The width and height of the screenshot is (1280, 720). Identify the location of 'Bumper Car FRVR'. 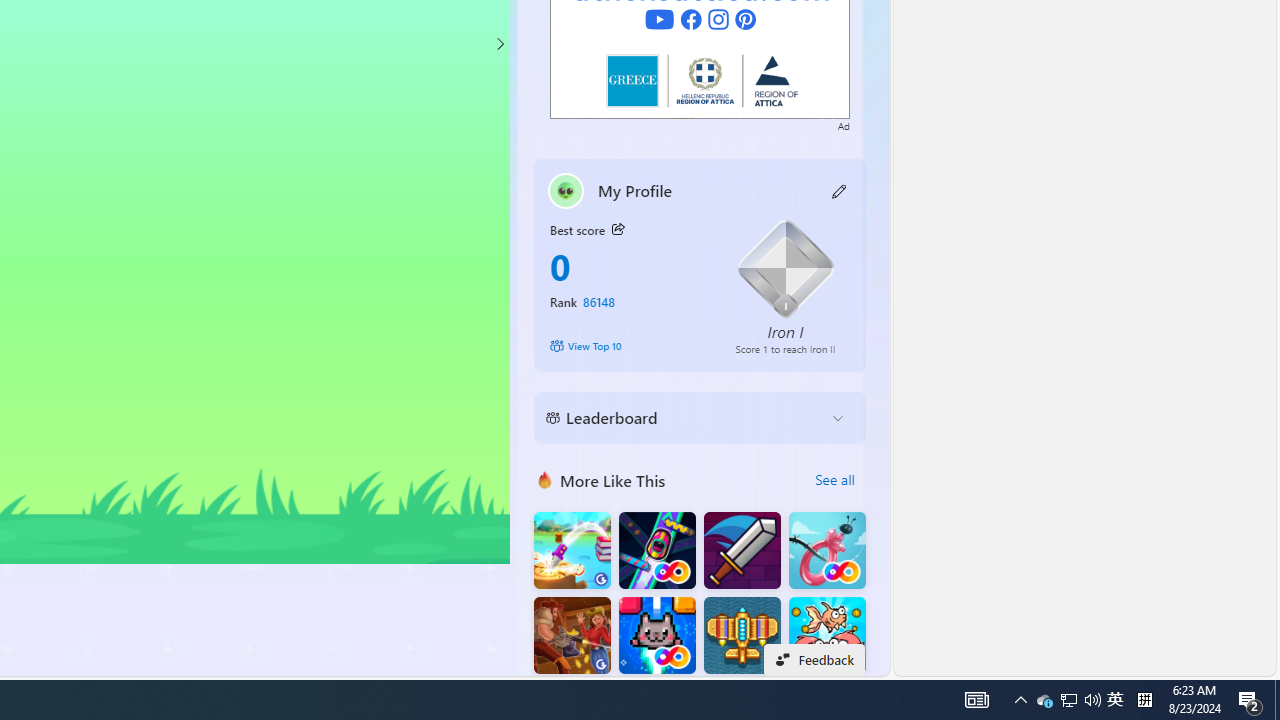
(657, 550).